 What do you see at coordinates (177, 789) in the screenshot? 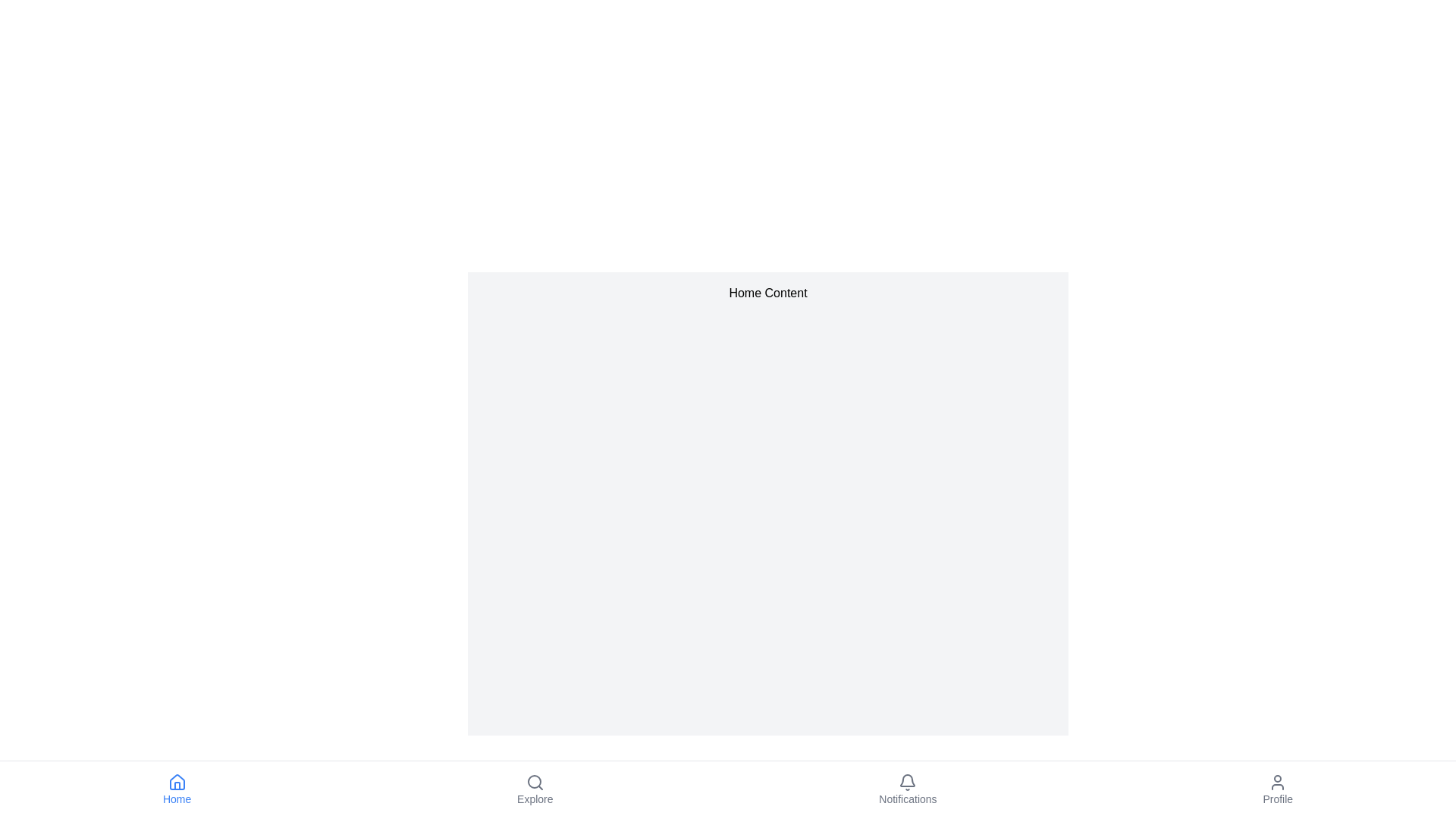
I see `the 'Home' navigation button, which features a house icon and is styled in blue` at bounding box center [177, 789].